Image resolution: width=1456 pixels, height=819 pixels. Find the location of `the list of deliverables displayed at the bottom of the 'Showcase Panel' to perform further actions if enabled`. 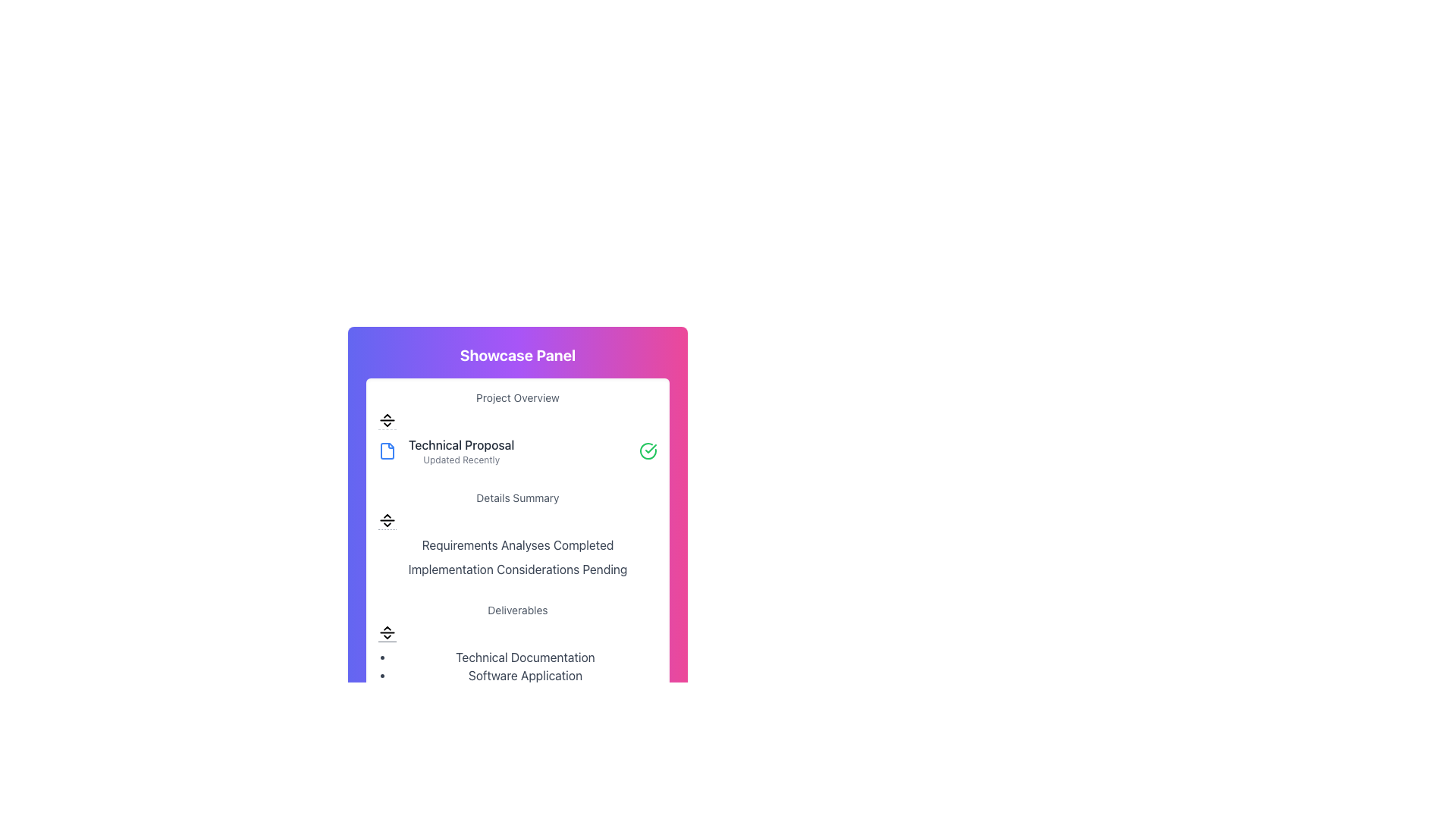

the list of deliverables displayed at the bottom of the 'Showcase Panel' to perform further actions if enabled is located at coordinates (517, 651).